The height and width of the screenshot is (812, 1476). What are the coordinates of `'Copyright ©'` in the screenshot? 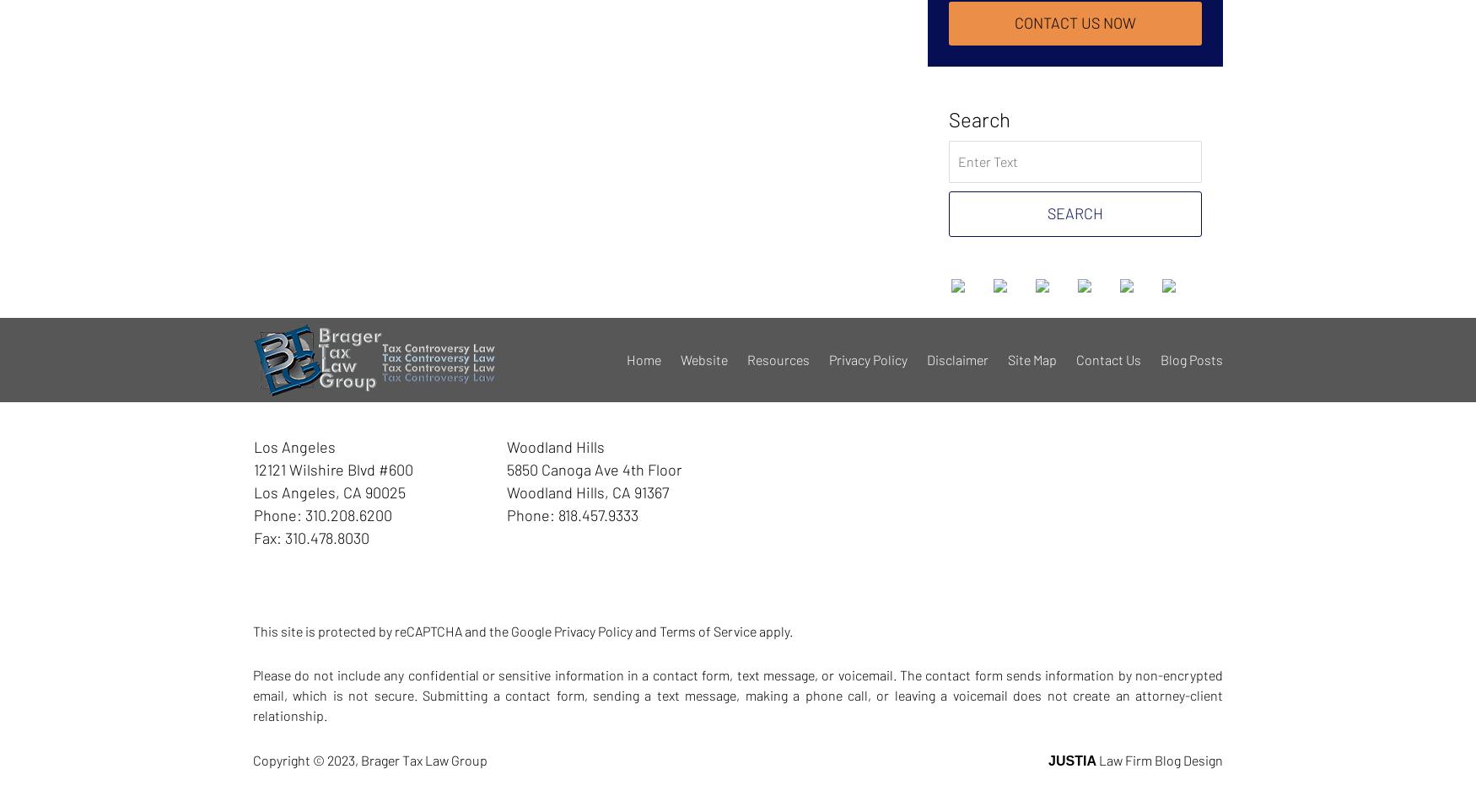 It's located at (288, 759).